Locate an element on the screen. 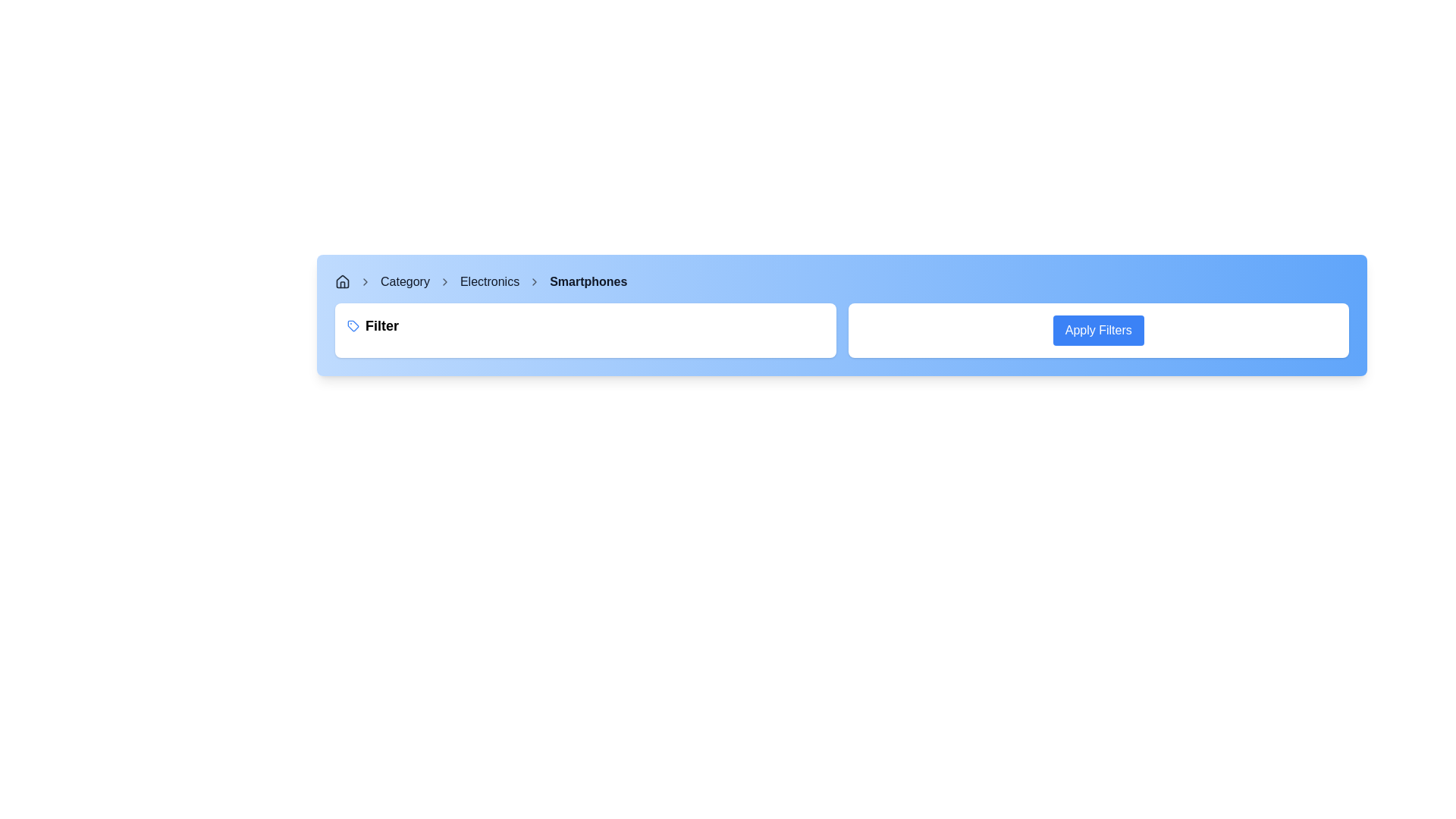  the home icon is located at coordinates (341, 281).